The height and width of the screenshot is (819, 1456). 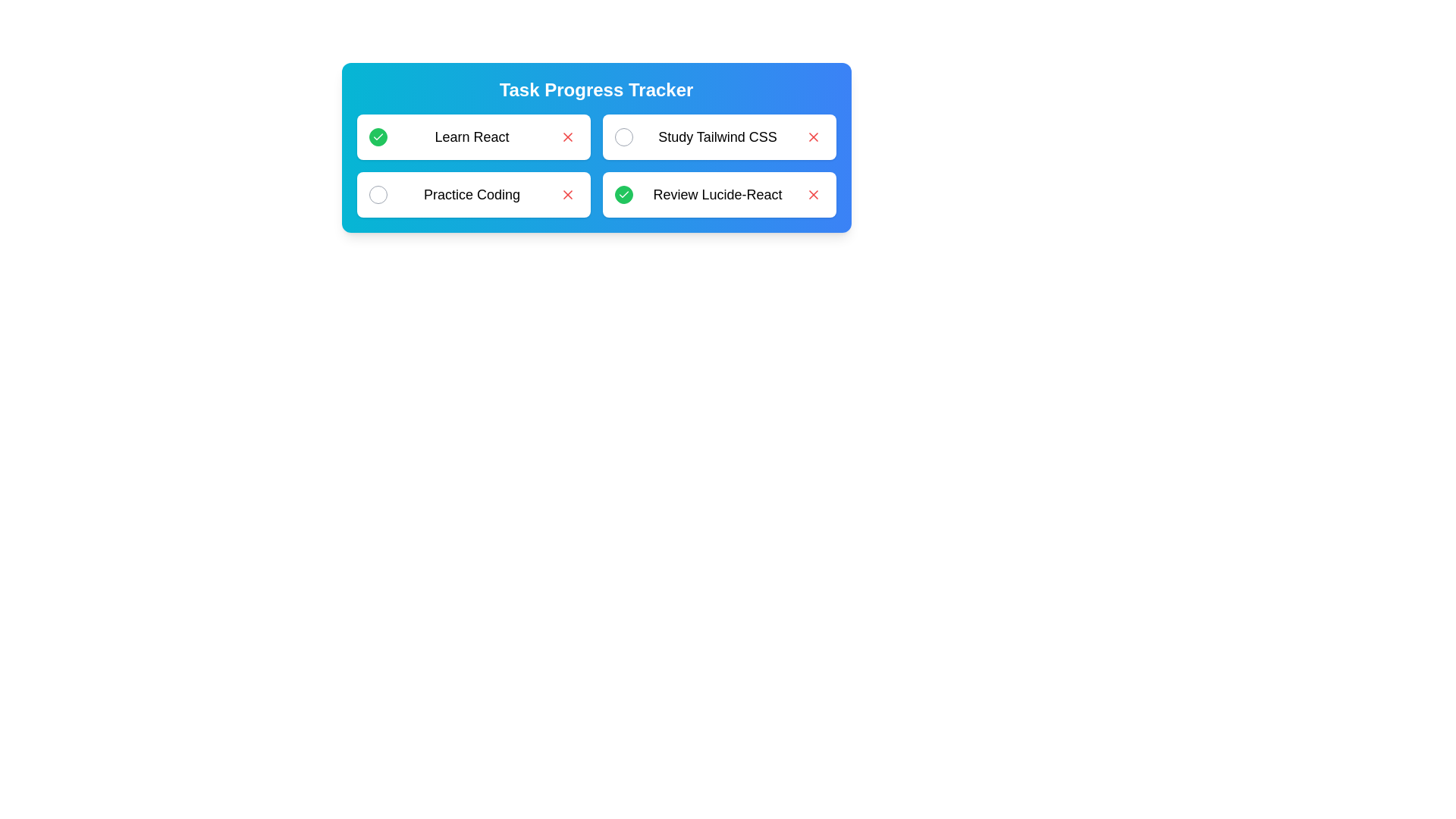 What do you see at coordinates (812, 194) in the screenshot?
I see `'Remove' button for the task labeled Review Lucide-React` at bounding box center [812, 194].